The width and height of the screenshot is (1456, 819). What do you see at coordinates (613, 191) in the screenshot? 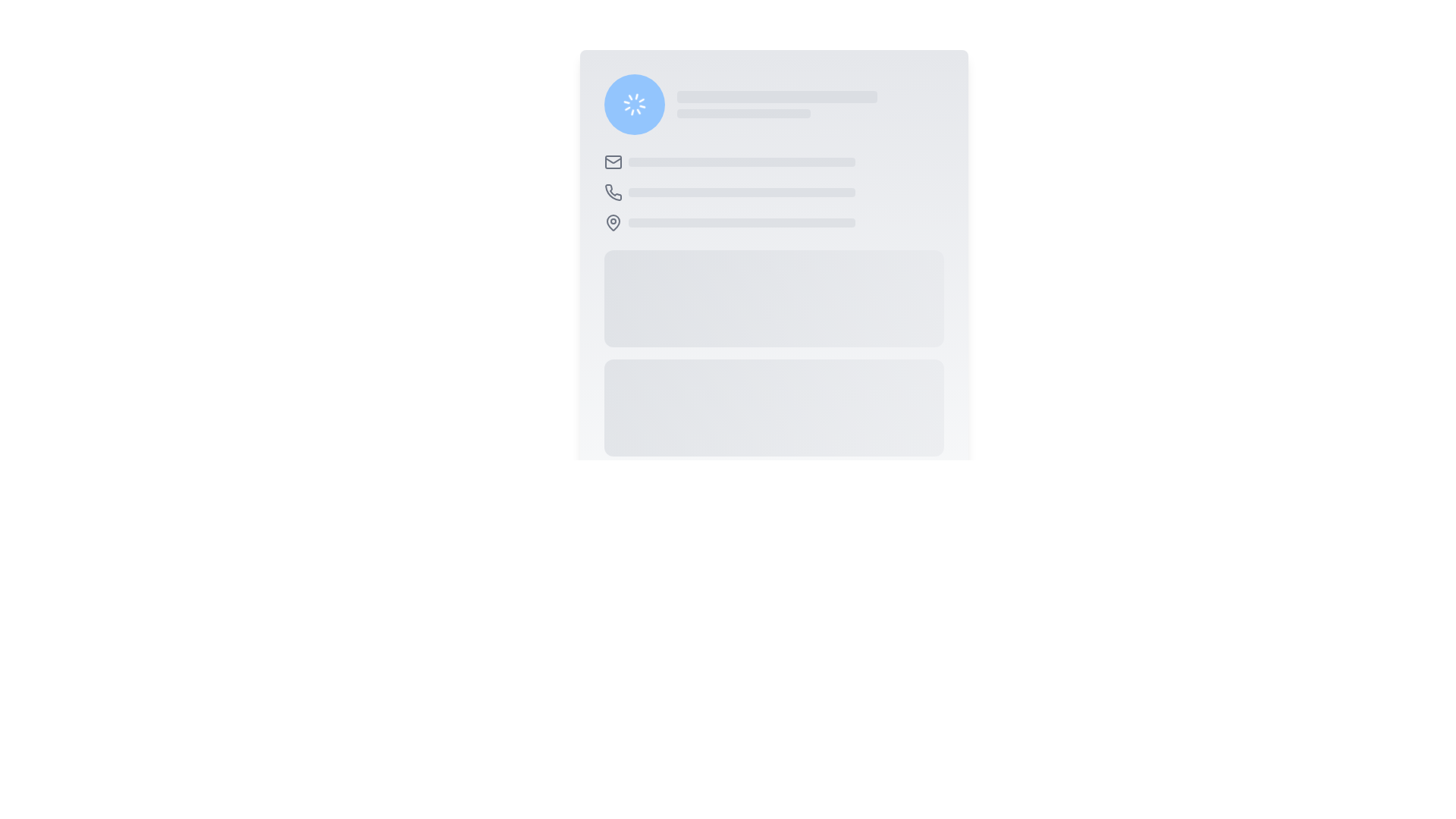
I see `the phone or contact icon, which is the second icon in a vertical list near the top-left of a card layout` at bounding box center [613, 191].